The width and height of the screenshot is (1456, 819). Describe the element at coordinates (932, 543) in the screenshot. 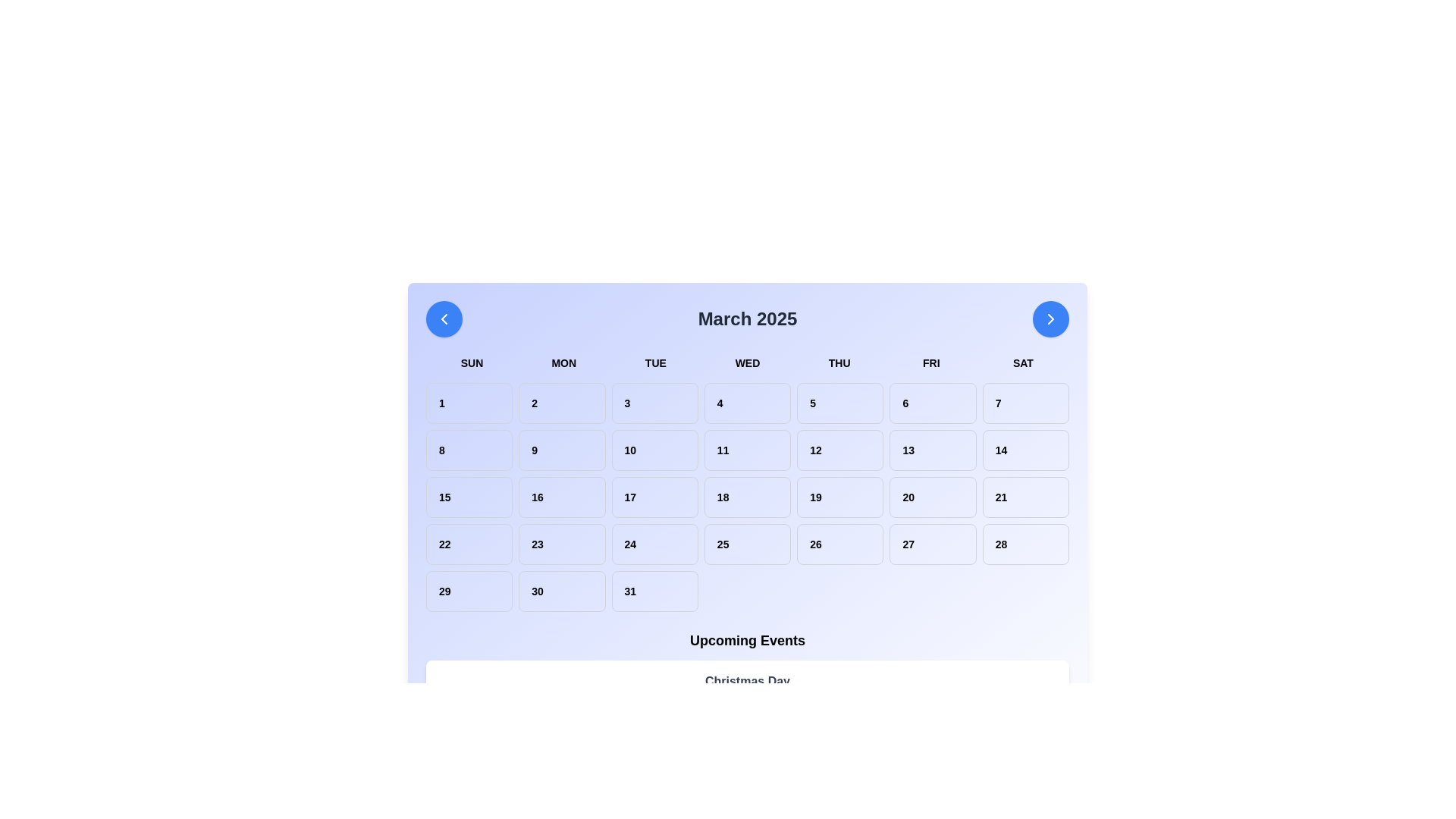

I see `the 27th day button in the calendar view` at that location.